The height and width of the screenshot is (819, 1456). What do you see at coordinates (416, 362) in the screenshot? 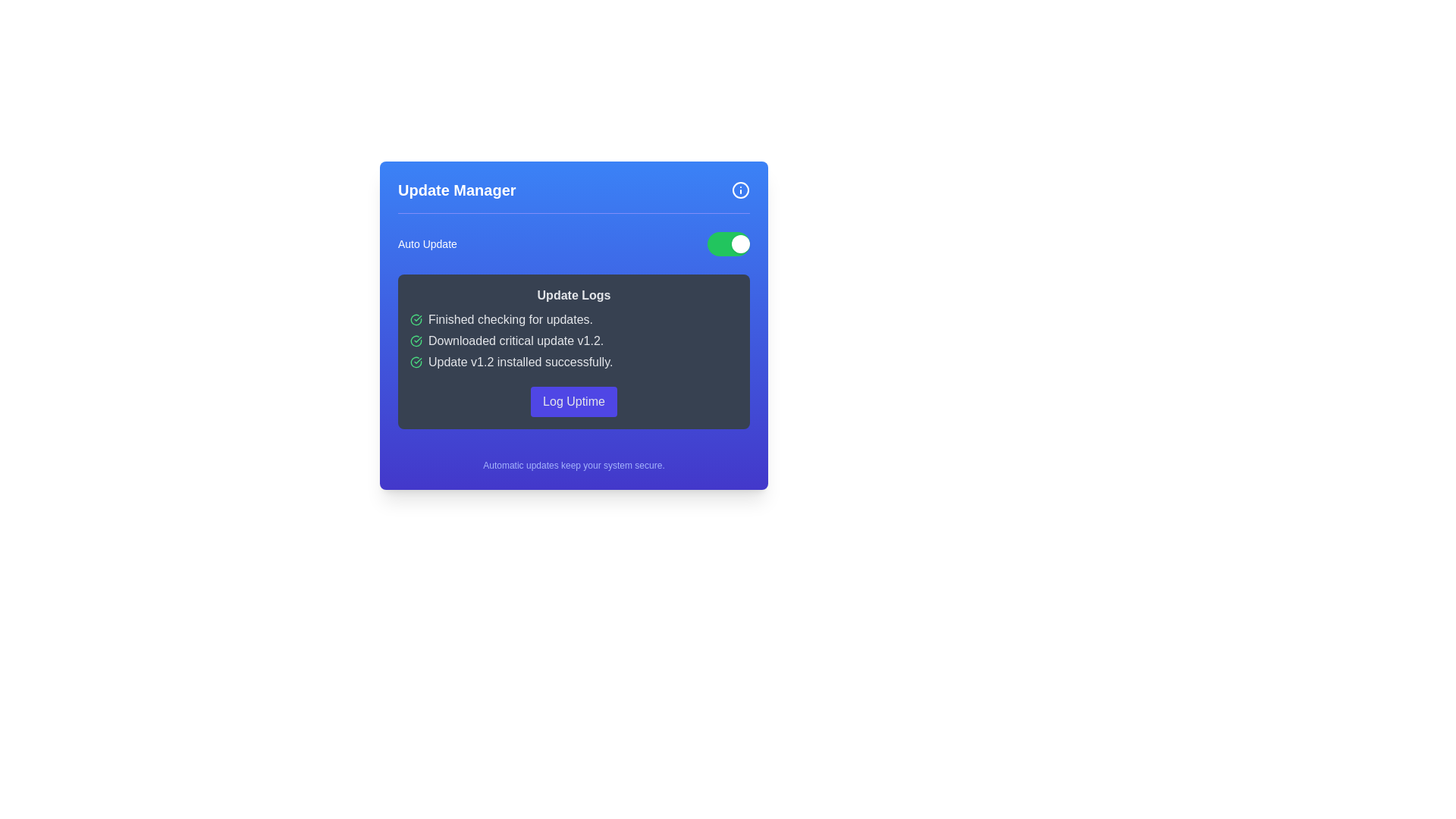
I see `the small circular green icon with a check mark inside it, which signifies a successful status, located to the left of the text 'Update v1.2 installed successfully.'` at bounding box center [416, 362].